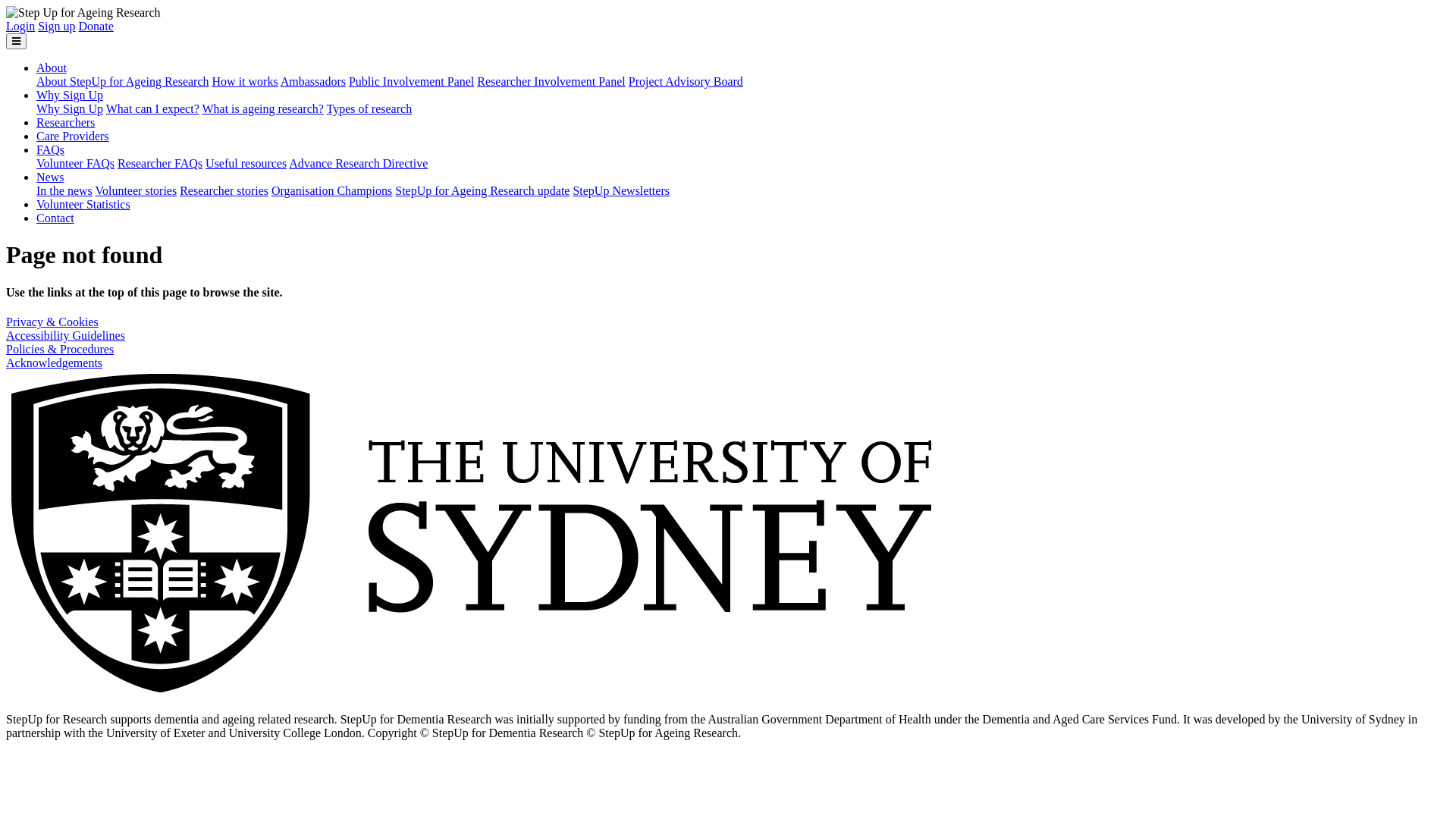  Describe the element at coordinates (83, 203) in the screenshot. I see `'Volunteer Statistics'` at that location.